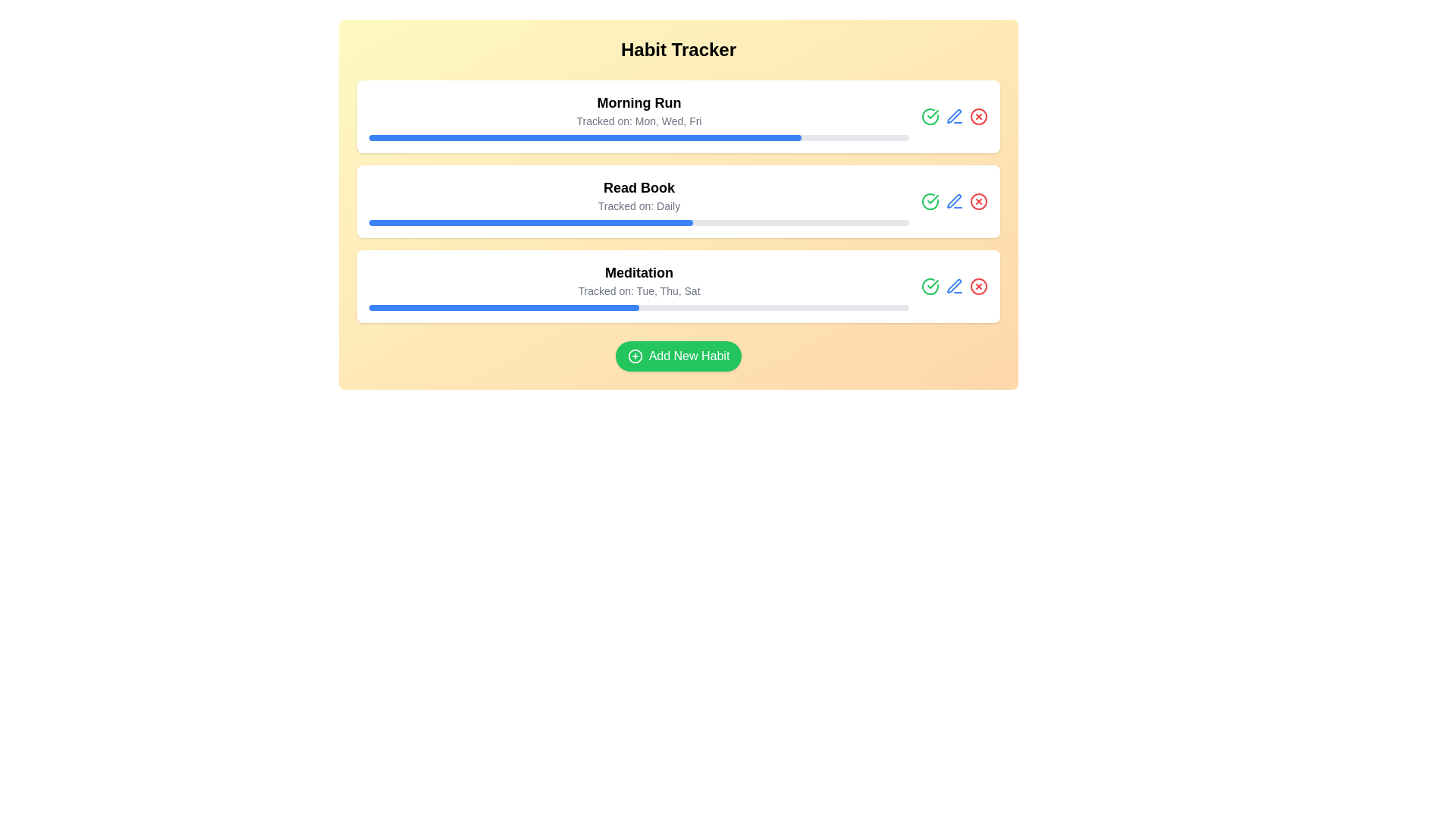 Image resolution: width=1456 pixels, height=819 pixels. What do you see at coordinates (639, 291) in the screenshot?
I see `the static text label displaying 'Tracked on: Tue, Thu, Sat', which is located below the title 'Meditation' in the 'Habit Tracker' interface` at bounding box center [639, 291].